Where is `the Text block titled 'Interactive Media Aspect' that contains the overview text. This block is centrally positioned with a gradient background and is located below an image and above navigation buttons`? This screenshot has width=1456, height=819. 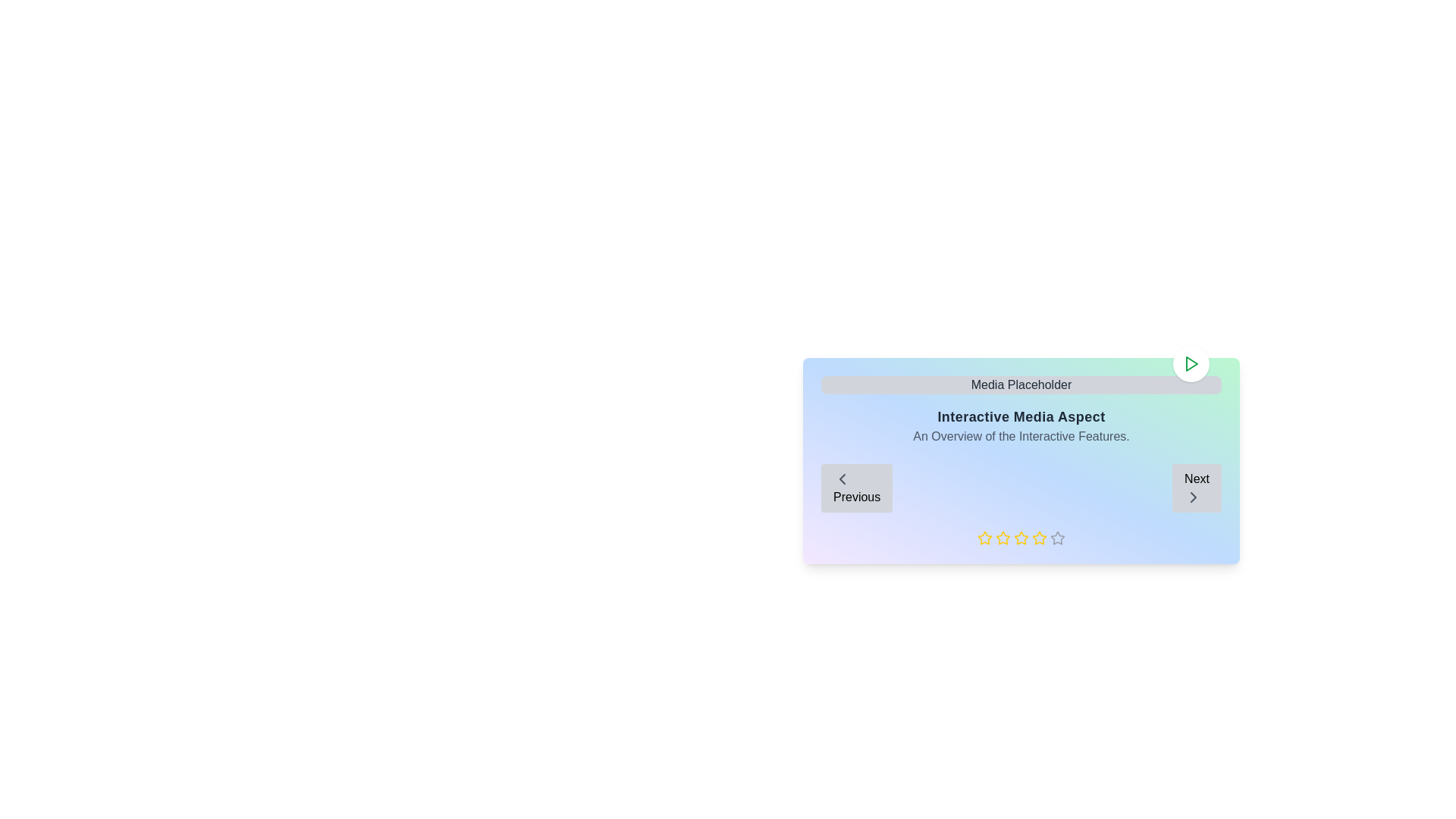 the Text block titled 'Interactive Media Aspect' that contains the overview text. This block is centrally positioned with a gradient background and is located below an image and above navigation buttons is located at coordinates (1021, 426).